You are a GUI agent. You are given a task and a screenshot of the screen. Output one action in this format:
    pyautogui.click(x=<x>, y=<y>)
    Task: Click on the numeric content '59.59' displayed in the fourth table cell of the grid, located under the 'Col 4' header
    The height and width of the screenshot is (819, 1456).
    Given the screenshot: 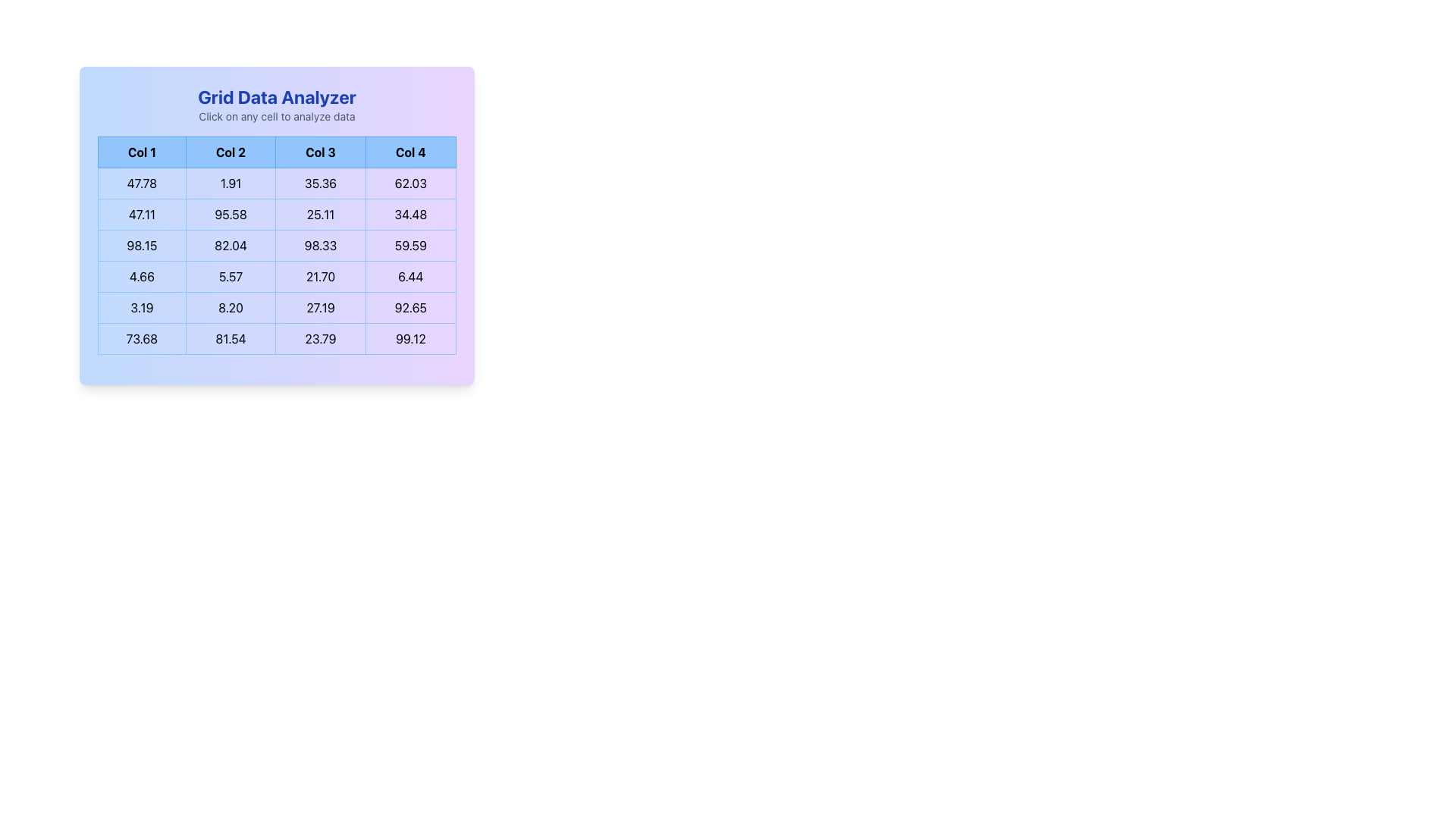 What is the action you would take?
    pyautogui.click(x=410, y=245)
    